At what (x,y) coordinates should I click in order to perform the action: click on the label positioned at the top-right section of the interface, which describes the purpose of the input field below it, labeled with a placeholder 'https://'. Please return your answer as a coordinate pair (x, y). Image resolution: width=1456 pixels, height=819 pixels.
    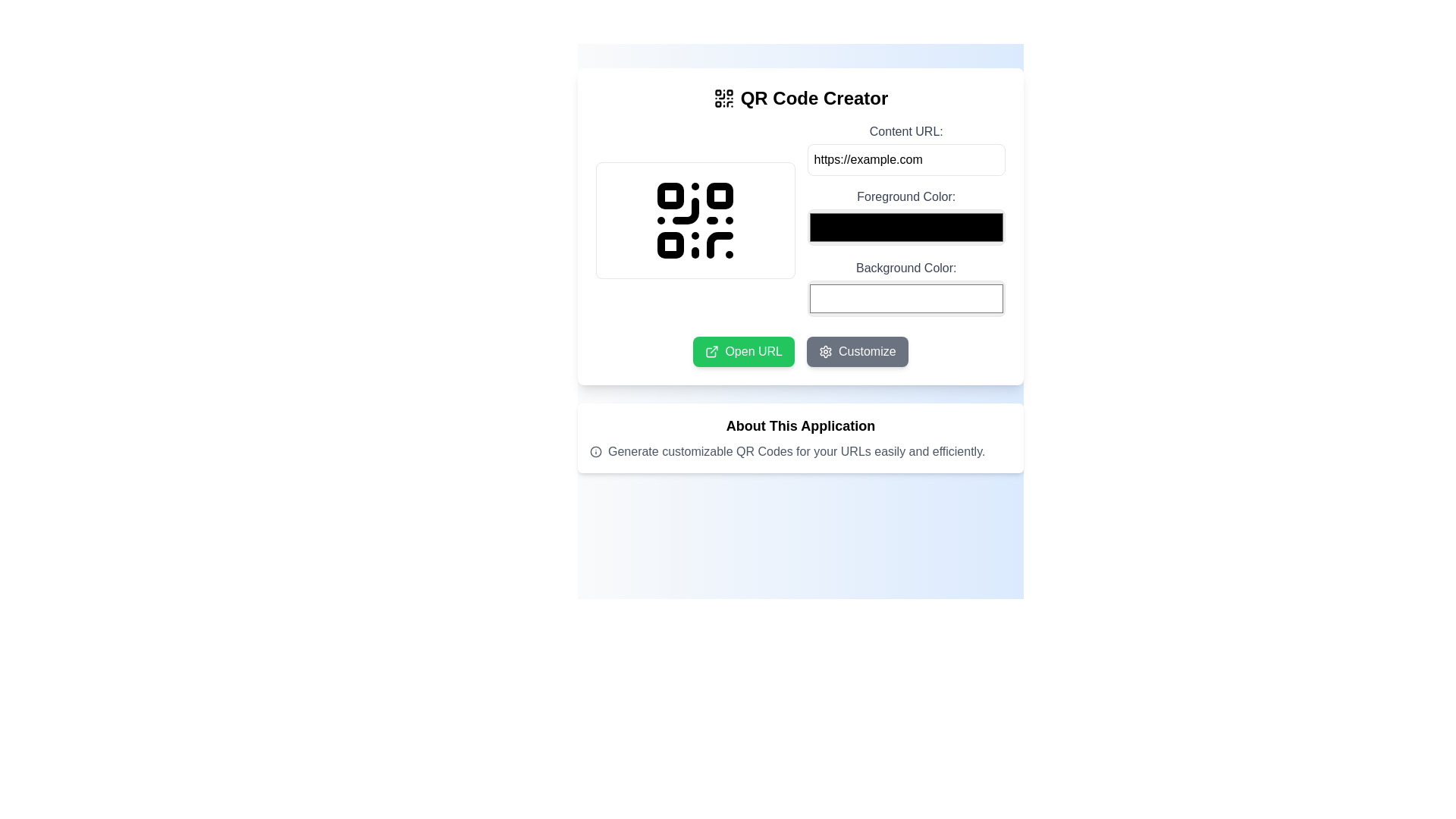
    Looking at the image, I should click on (906, 130).